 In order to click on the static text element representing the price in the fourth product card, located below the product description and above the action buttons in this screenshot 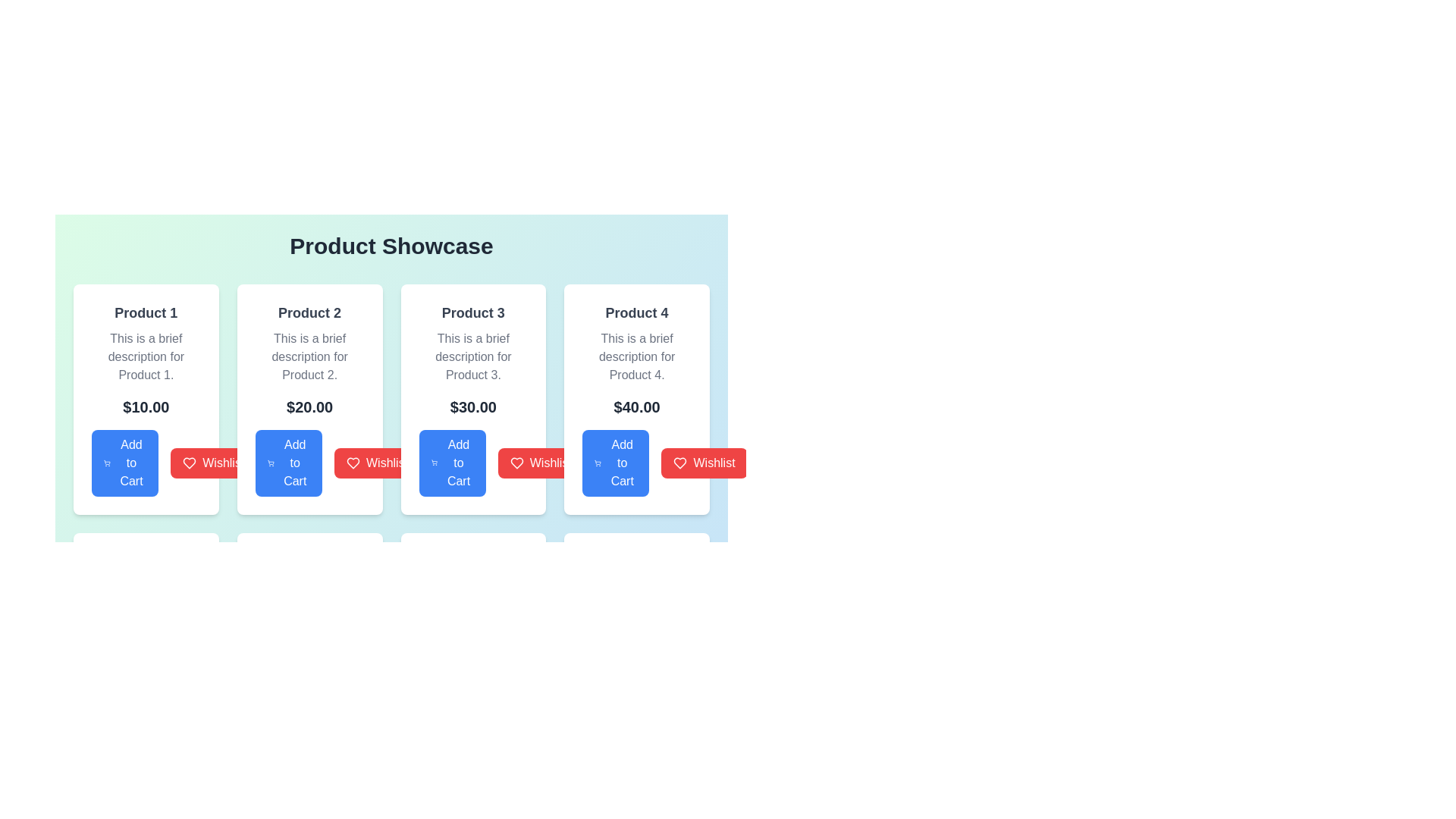, I will do `click(637, 406)`.